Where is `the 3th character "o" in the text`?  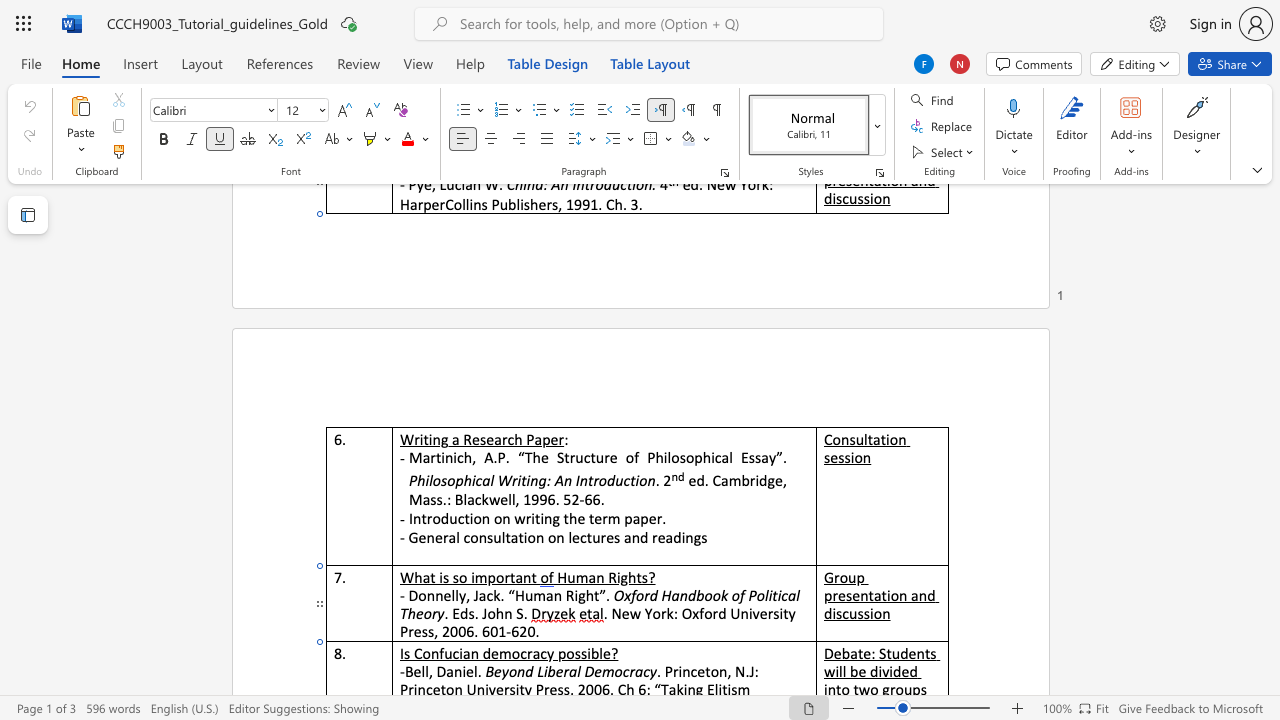 the 3th character "o" in the text is located at coordinates (602, 480).